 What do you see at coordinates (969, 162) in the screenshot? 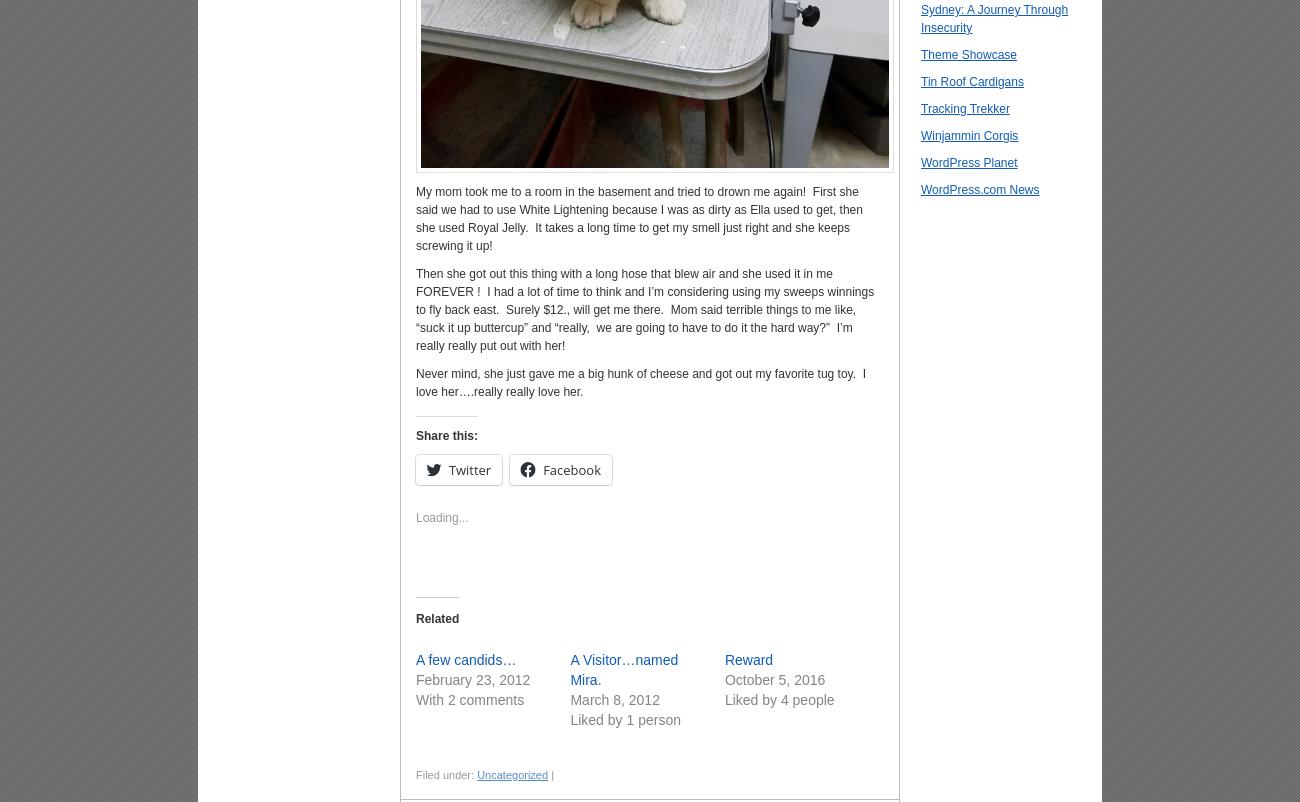
I see `'WordPress Planet'` at bounding box center [969, 162].